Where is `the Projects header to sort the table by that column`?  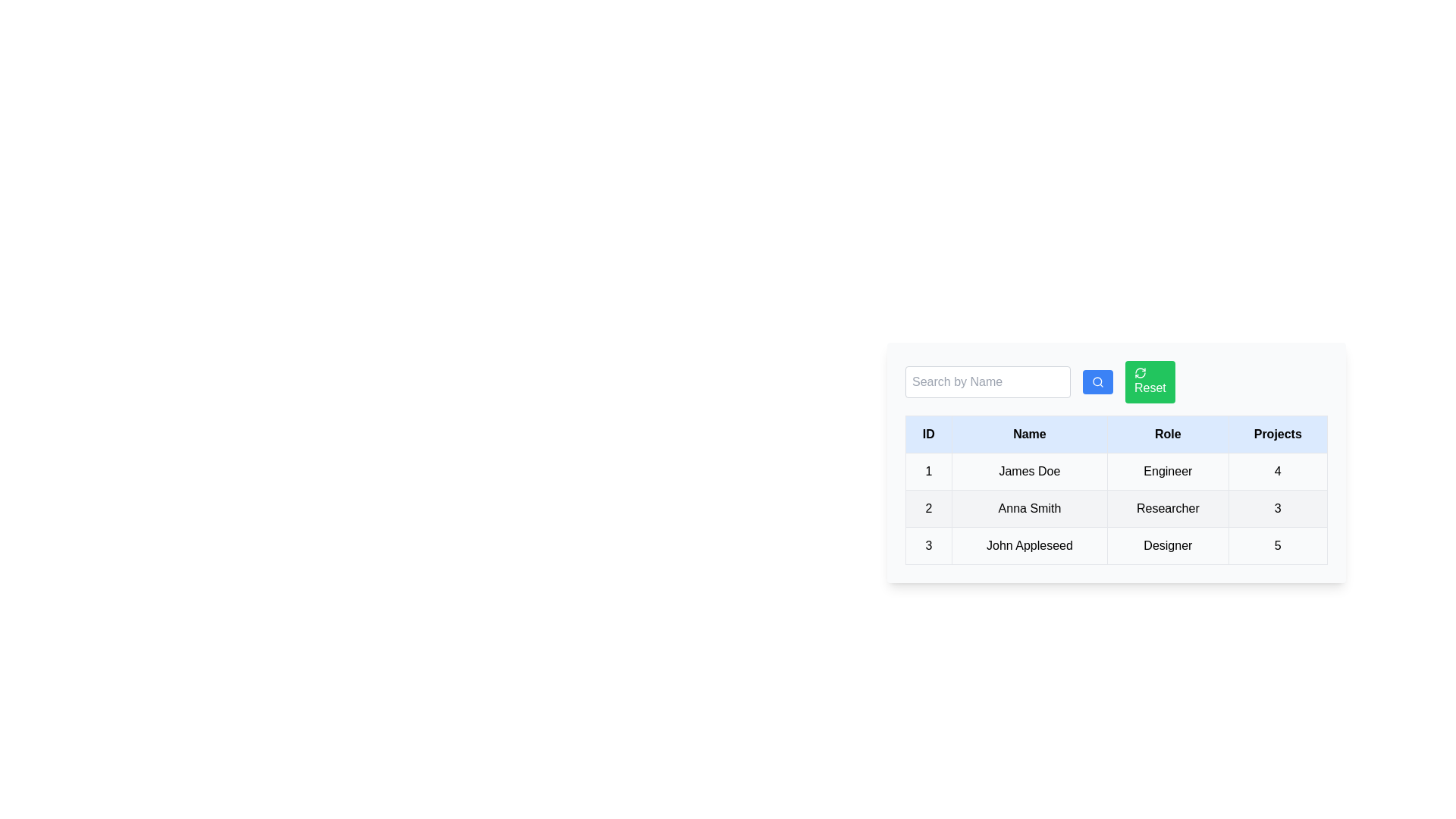 the Projects header to sort the table by that column is located at coordinates (1276, 435).